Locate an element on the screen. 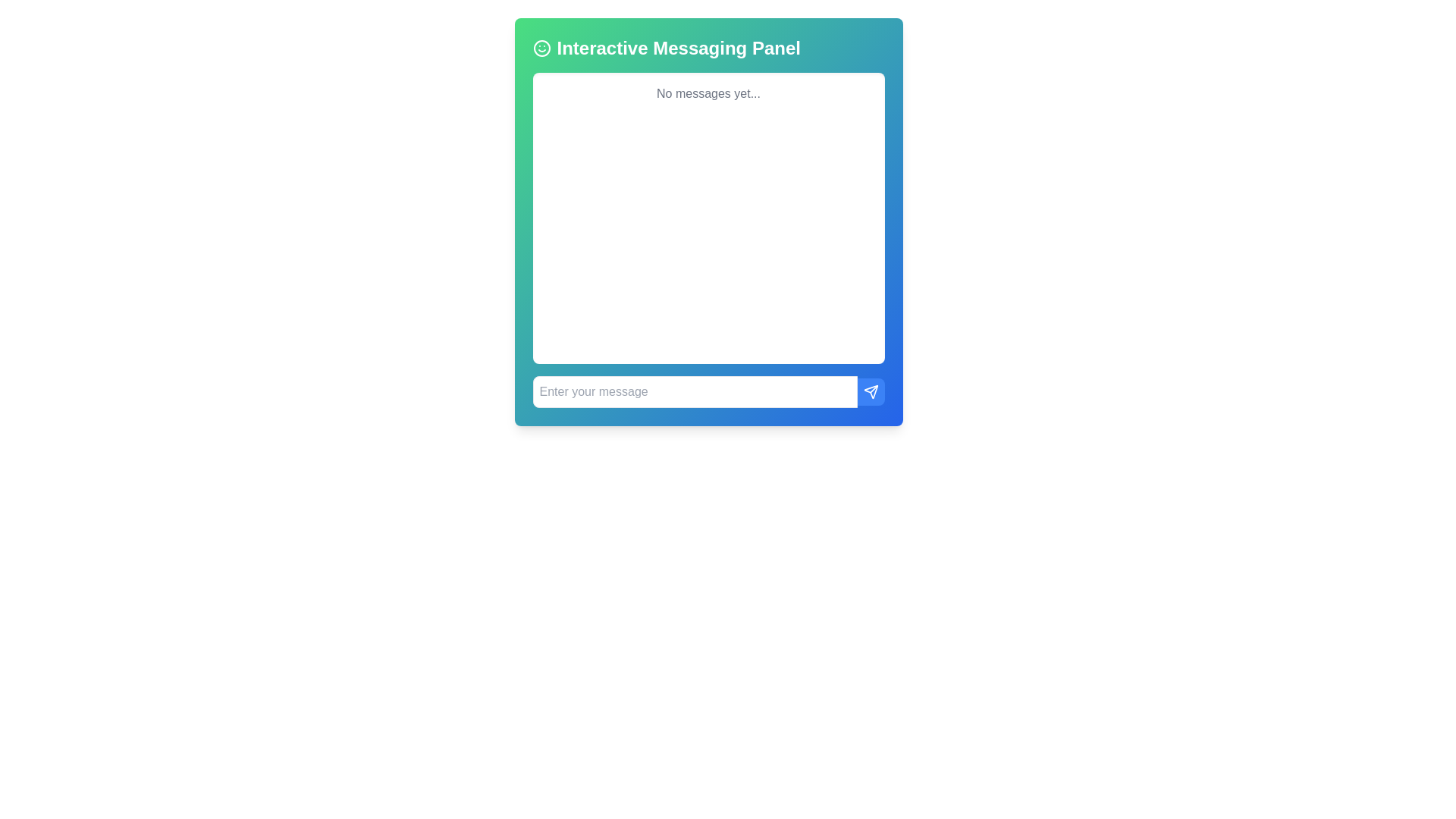 The width and height of the screenshot is (1456, 819). the input field of the messaging panel located at the bottom section, adjacent to the send button, to begin typing a message is located at coordinates (708, 391).